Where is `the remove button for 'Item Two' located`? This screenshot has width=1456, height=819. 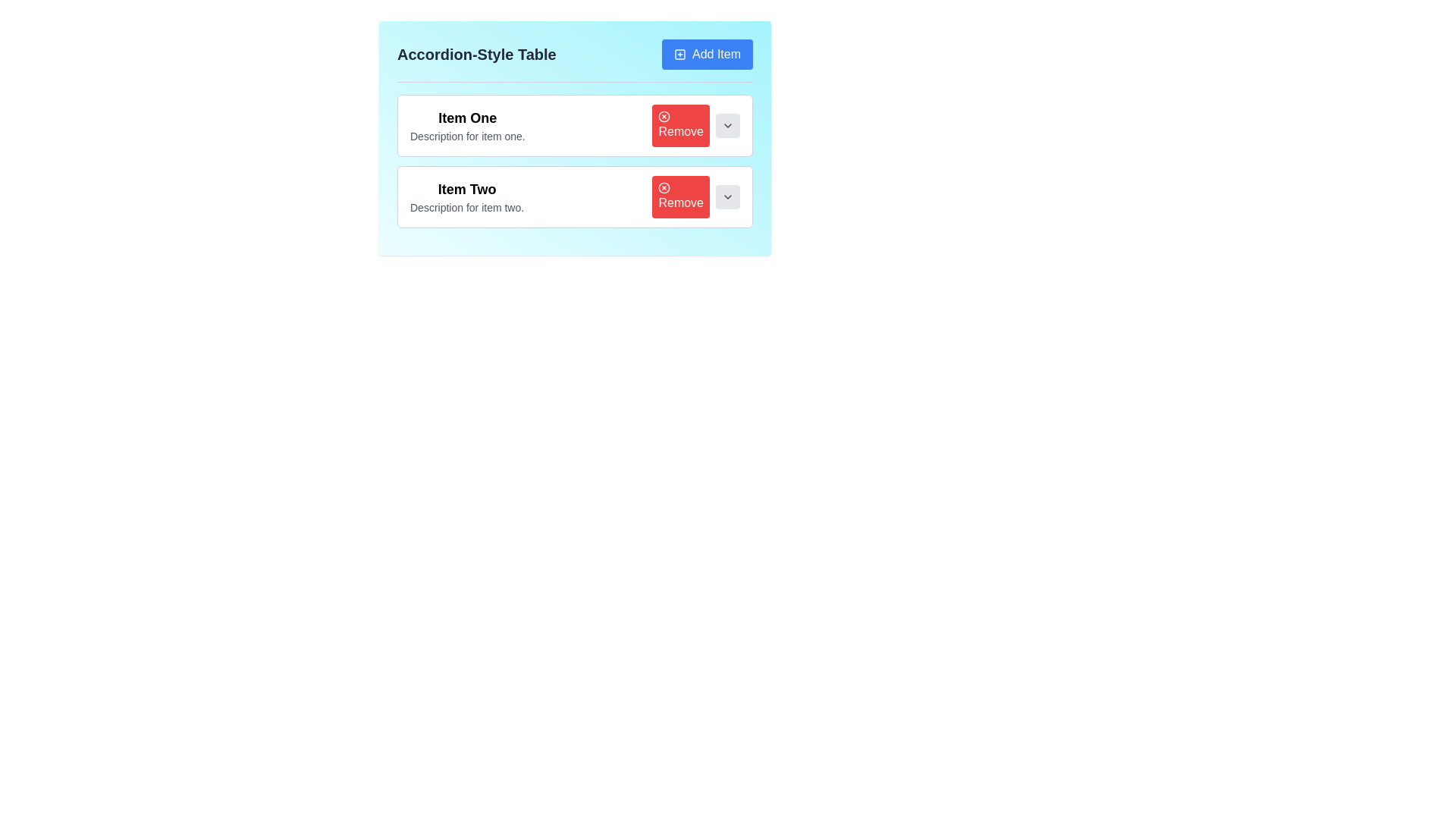
the remove button for 'Item Two' located is located at coordinates (695, 196).